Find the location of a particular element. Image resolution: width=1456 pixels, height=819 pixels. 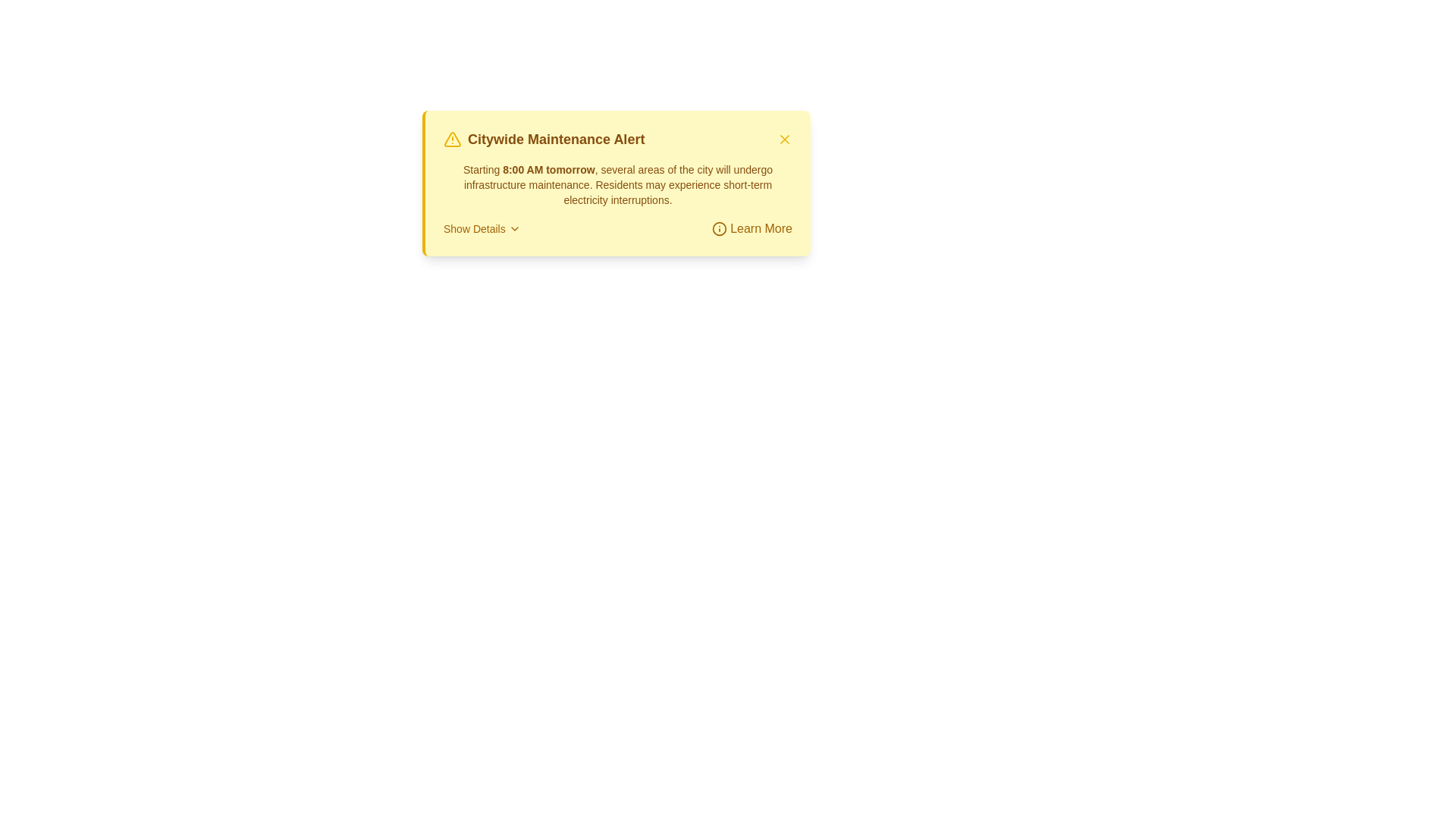

the downward pointing chevron icon located immediately to the right of the 'Show Details' text in the notification box is located at coordinates (514, 228).